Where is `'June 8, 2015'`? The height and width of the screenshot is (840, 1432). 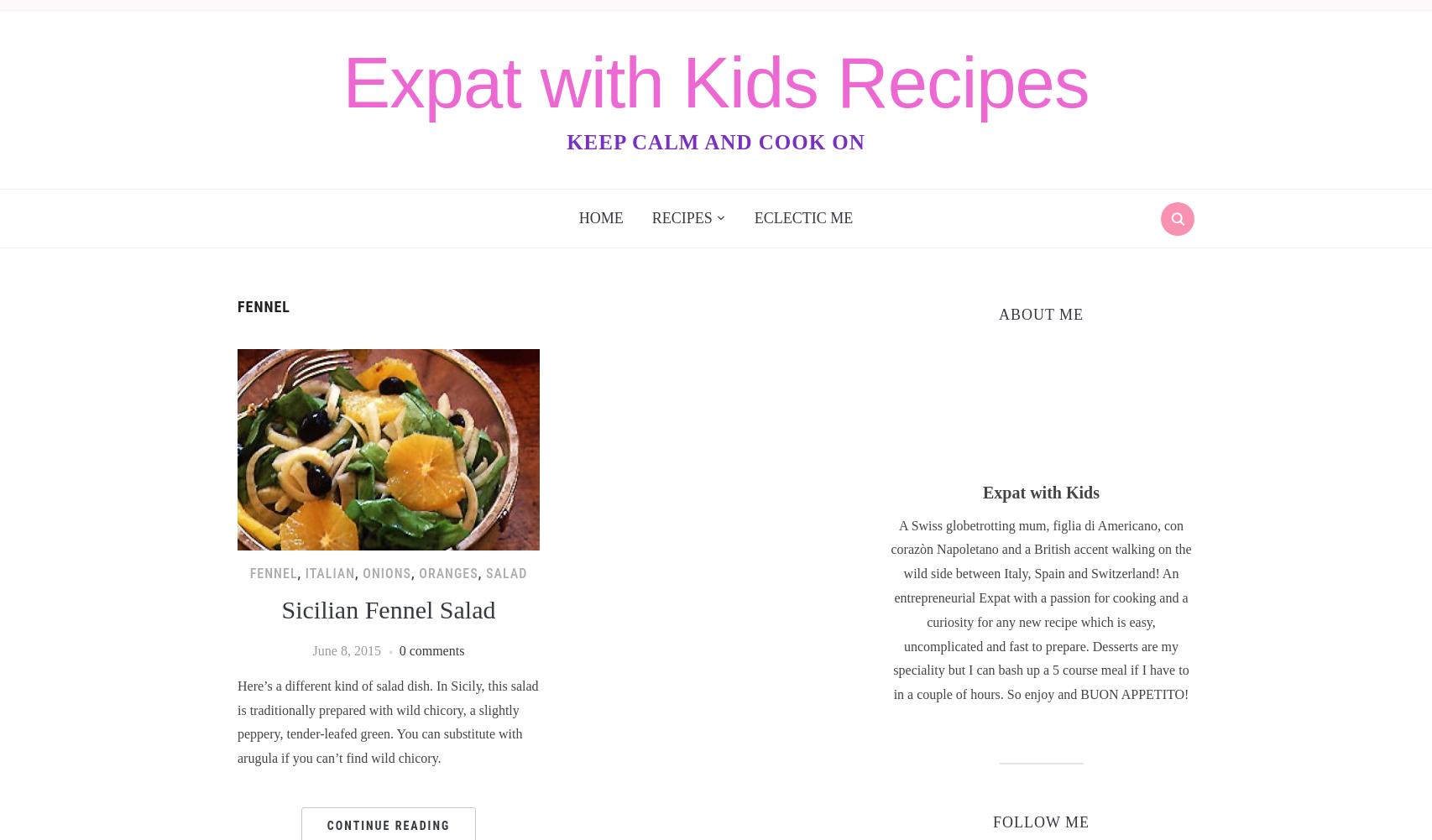
'June 8, 2015' is located at coordinates (346, 650).